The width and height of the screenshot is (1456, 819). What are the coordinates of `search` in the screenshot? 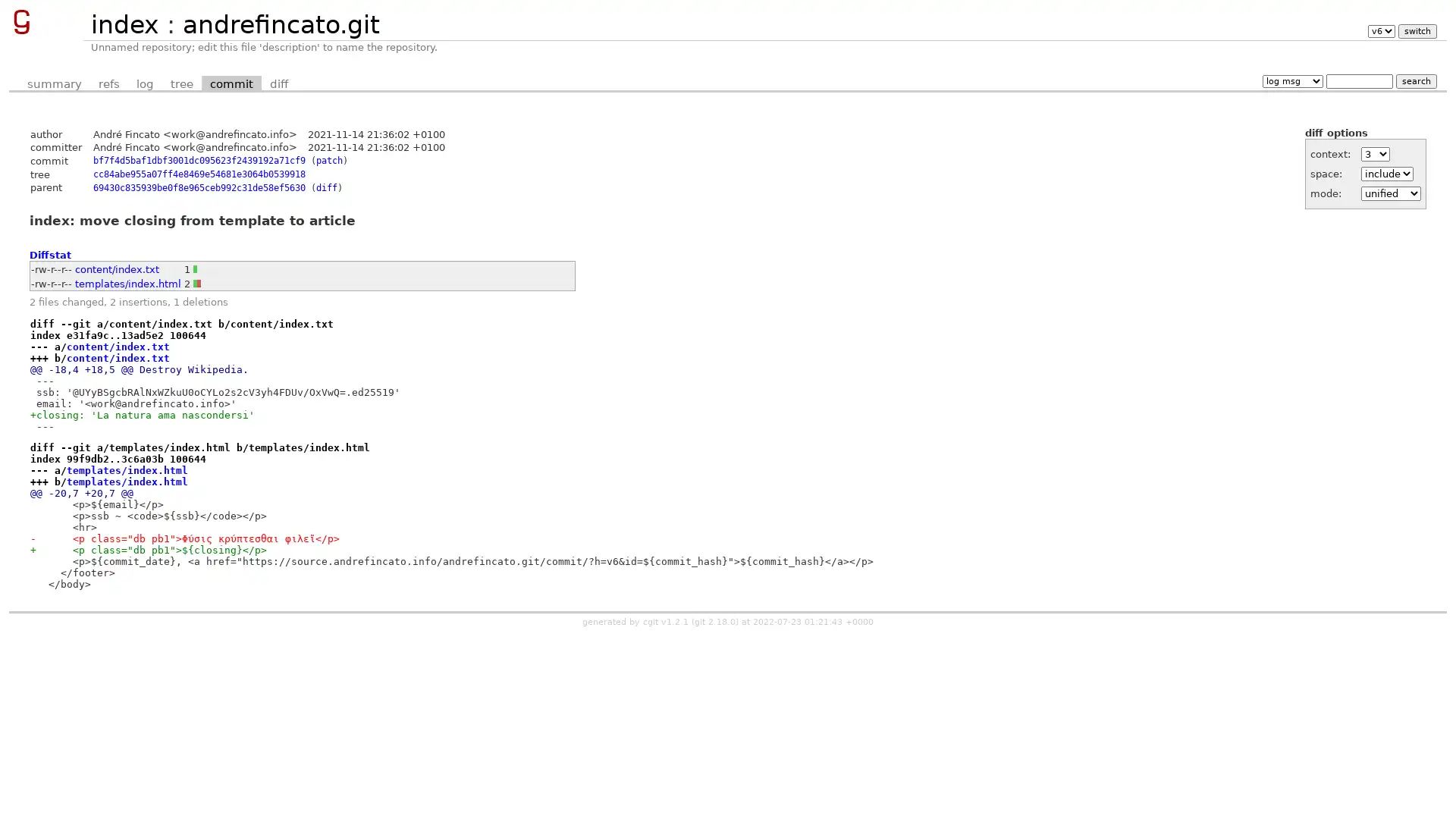 It's located at (1415, 80).